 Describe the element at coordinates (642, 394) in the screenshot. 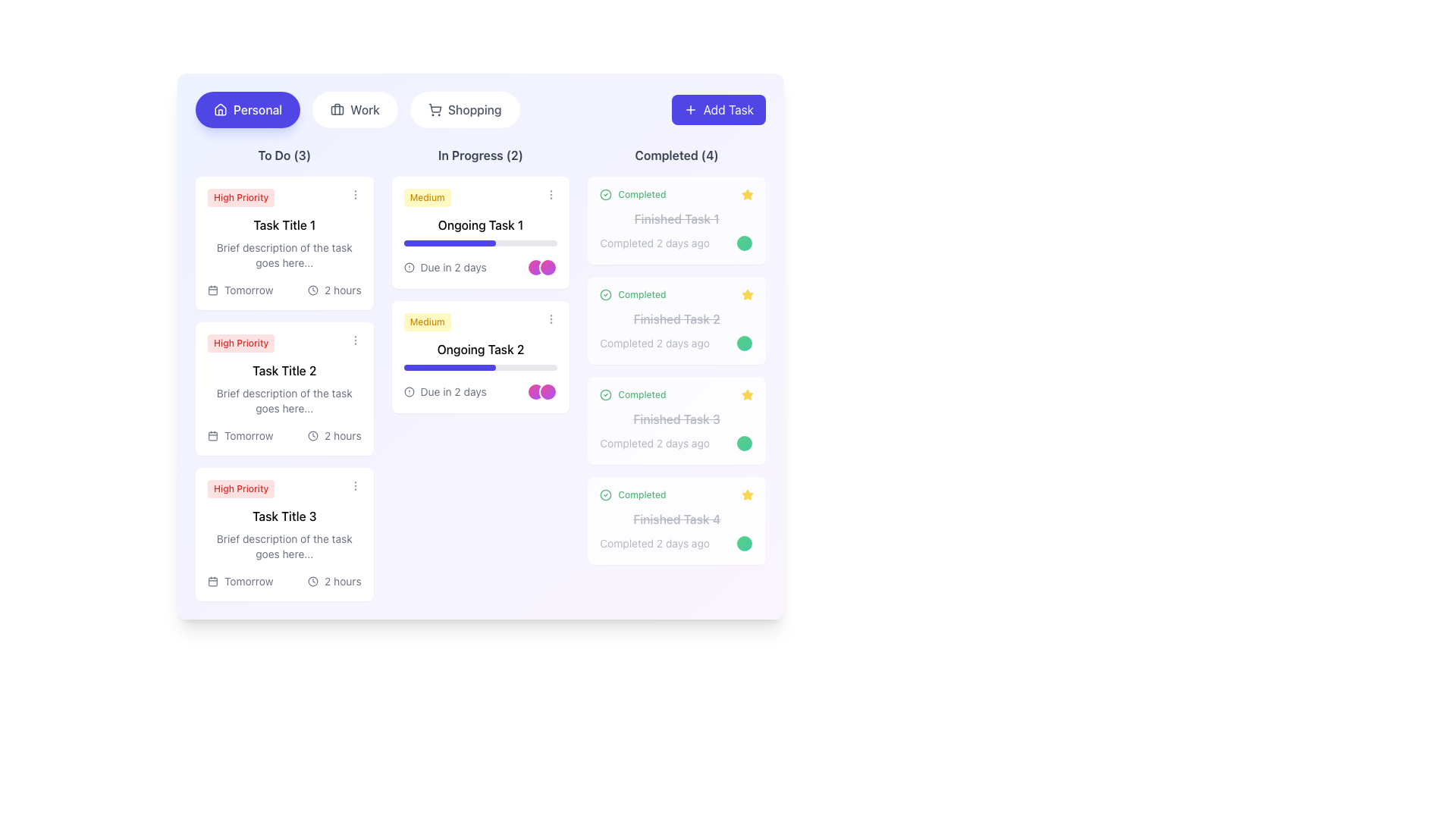

I see `the 'Completed' status text label, which is located to the right of a checkmark icon in the interface's completed section` at that location.